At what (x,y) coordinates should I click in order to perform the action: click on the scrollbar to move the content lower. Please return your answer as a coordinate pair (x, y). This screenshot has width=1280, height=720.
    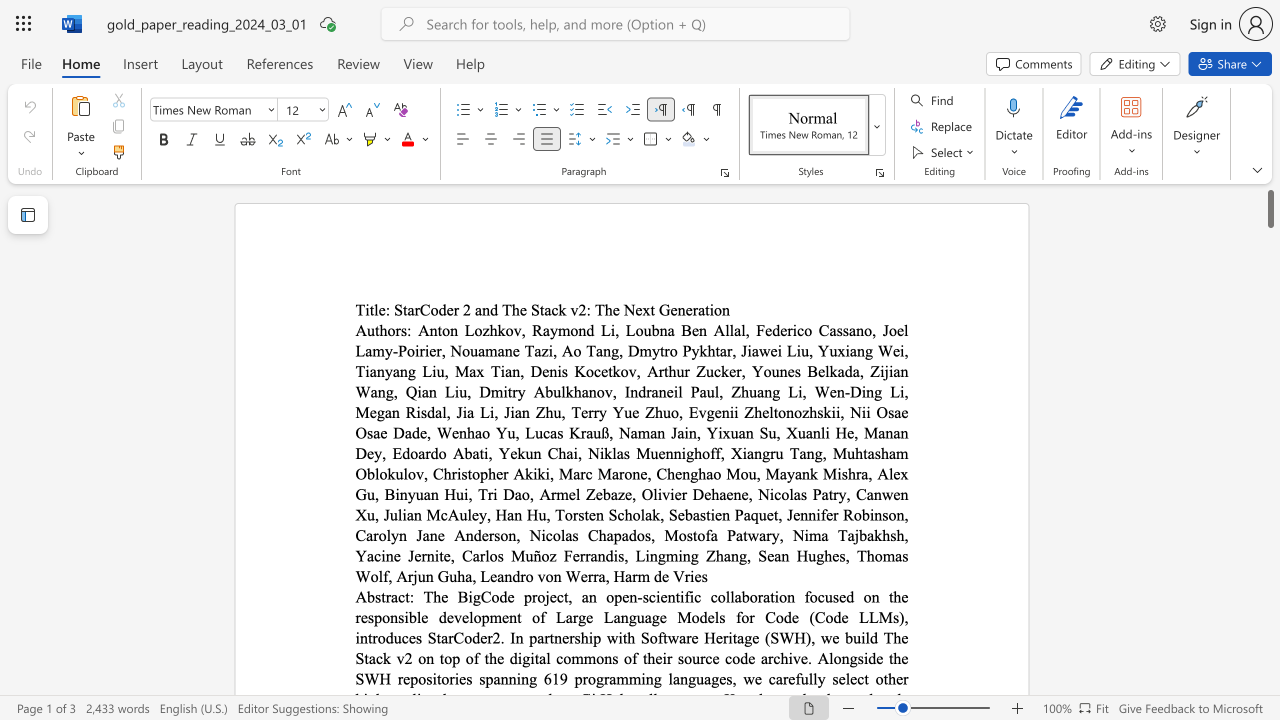
    Looking at the image, I should click on (1269, 290).